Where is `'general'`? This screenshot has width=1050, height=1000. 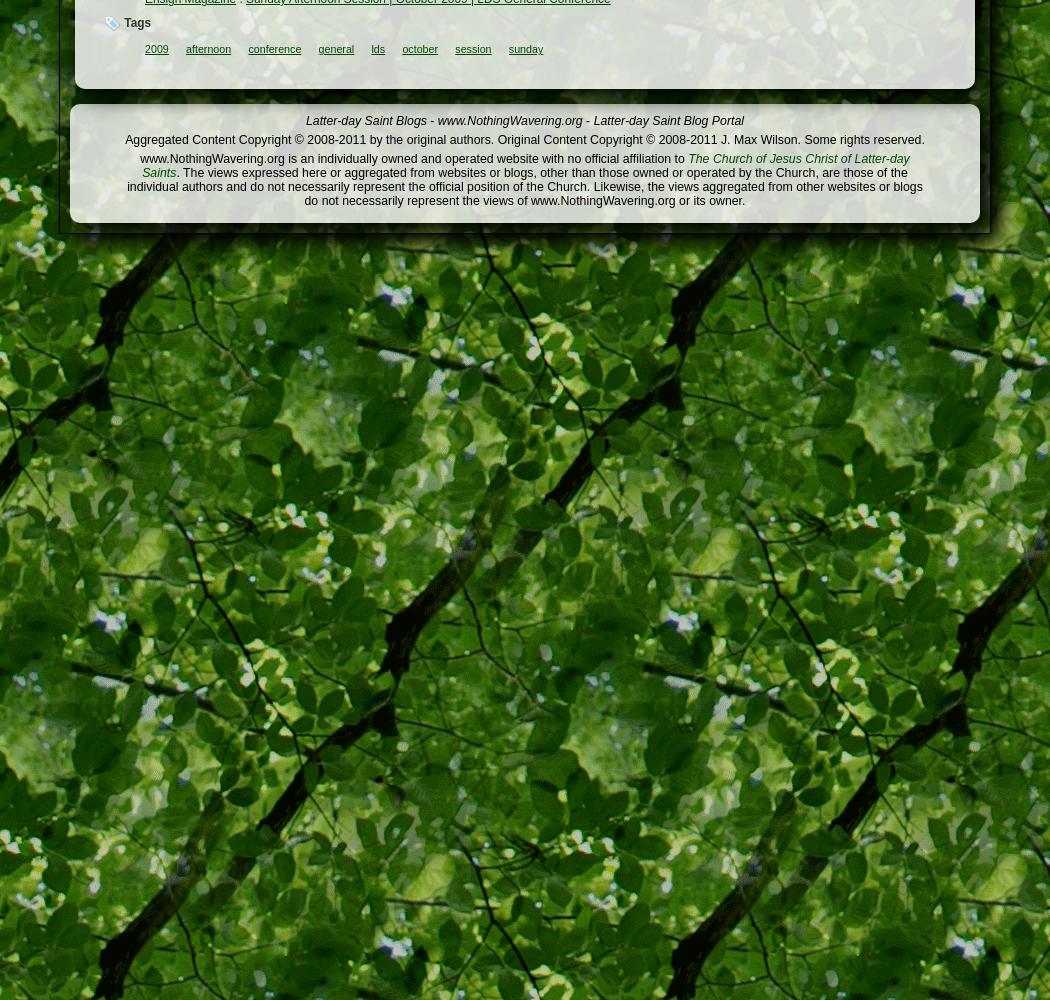 'general' is located at coordinates (336, 49).